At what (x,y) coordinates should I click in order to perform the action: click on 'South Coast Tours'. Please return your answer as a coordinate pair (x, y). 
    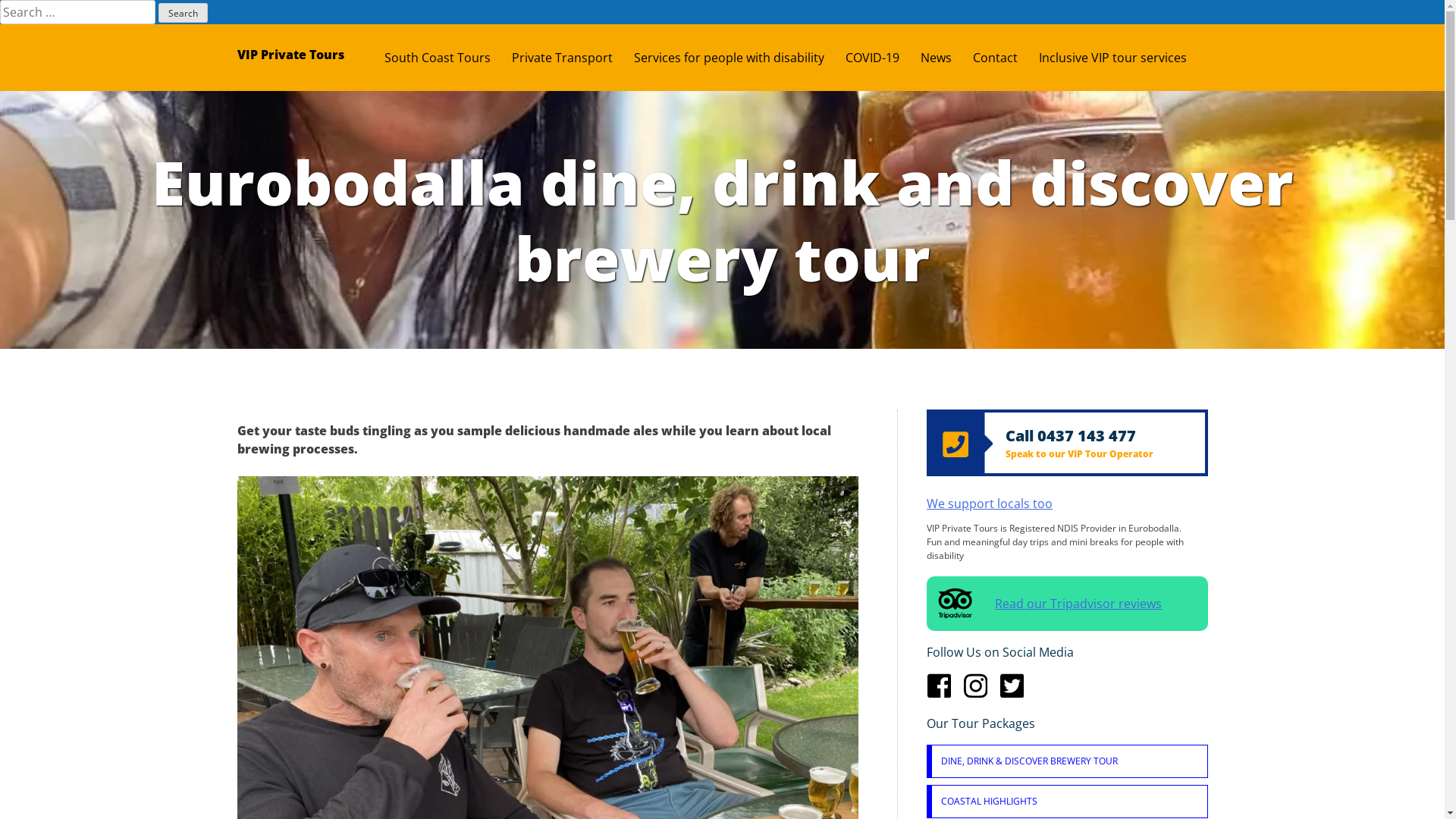
    Looking at the image, I should click on (383, 57).